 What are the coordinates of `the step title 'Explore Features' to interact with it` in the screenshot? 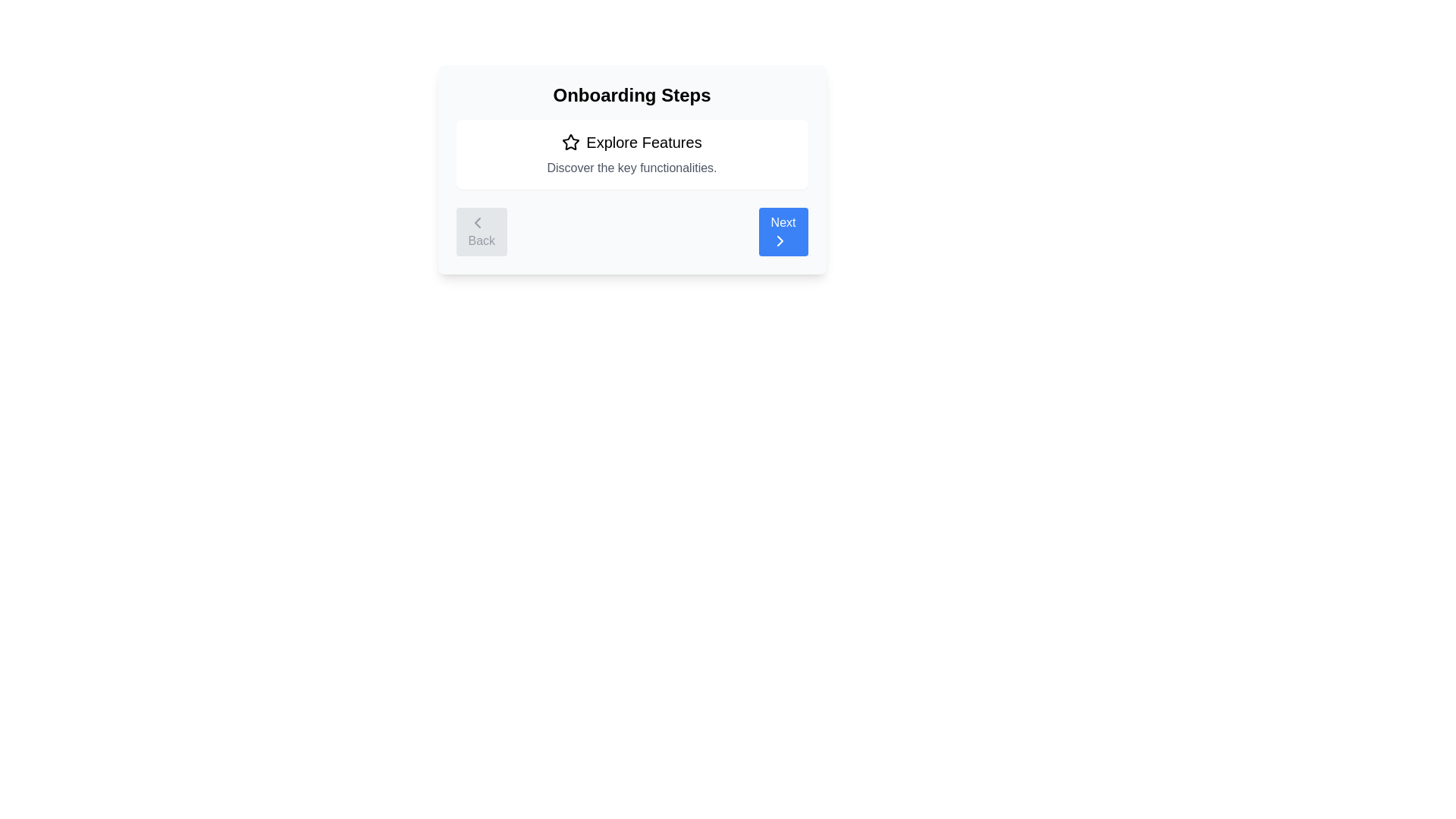 It's located at (632, 143).